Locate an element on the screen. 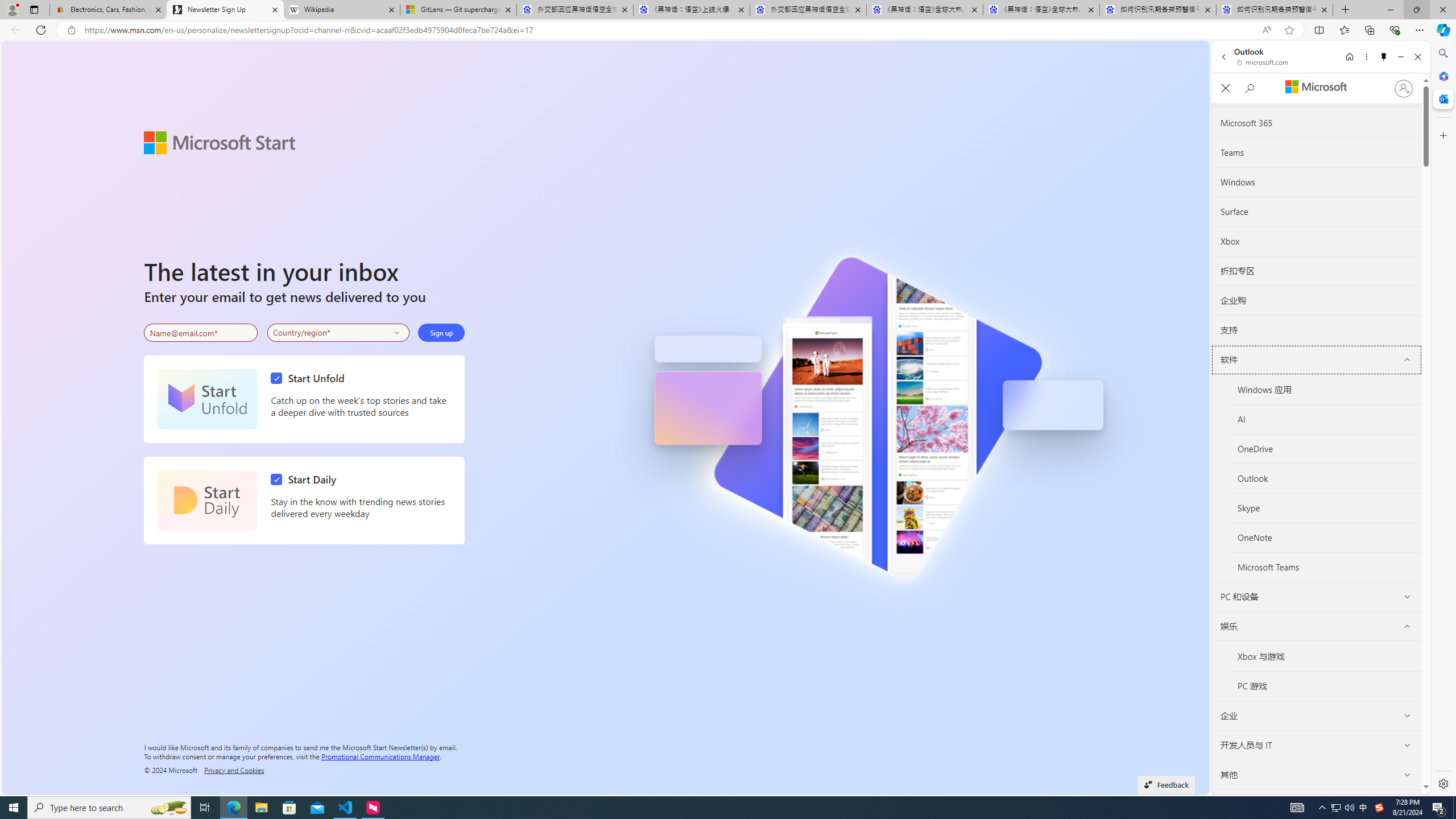 Image resolution: width=1456 pixels, height=819 pixels. 'AI' is located at coordinates (1325, 420).